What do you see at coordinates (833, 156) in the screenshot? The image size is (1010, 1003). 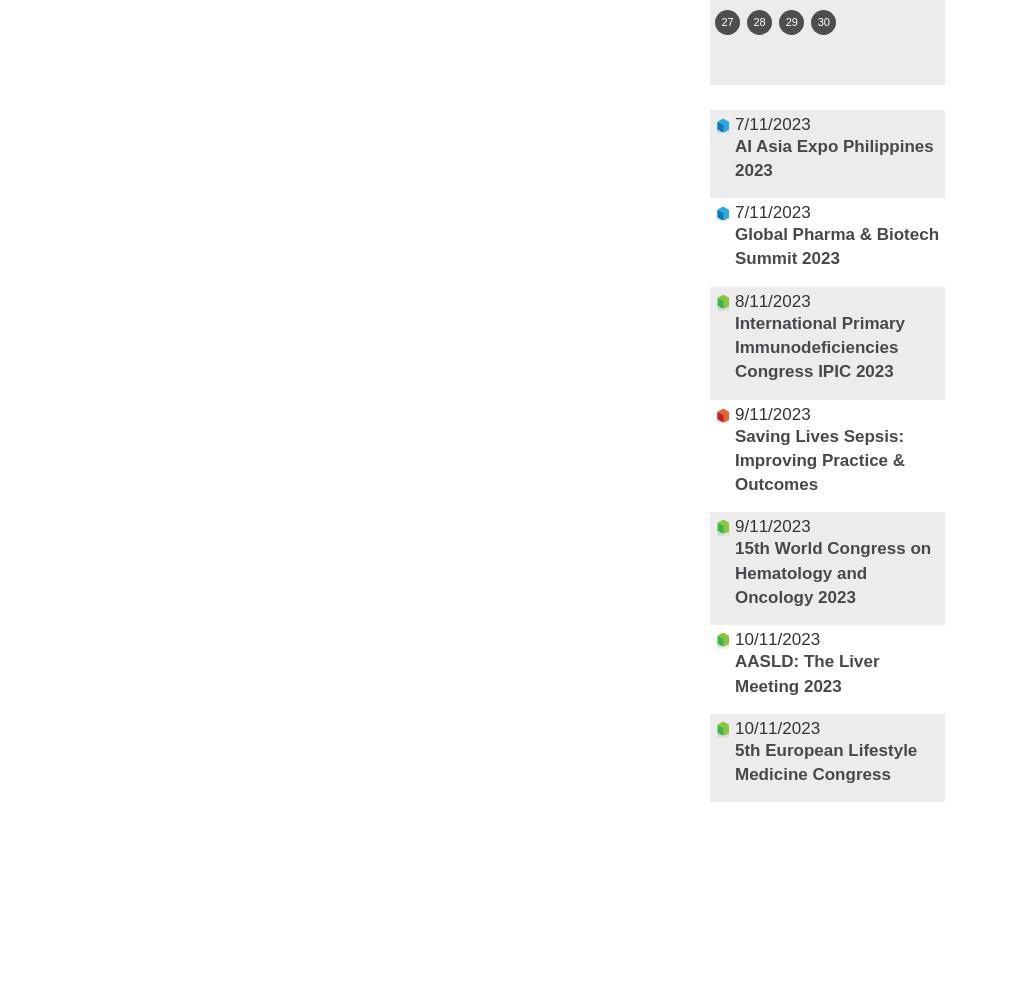 I see `'AI Asia Expo Philippines 2023'` at bounding box center [833, 156].